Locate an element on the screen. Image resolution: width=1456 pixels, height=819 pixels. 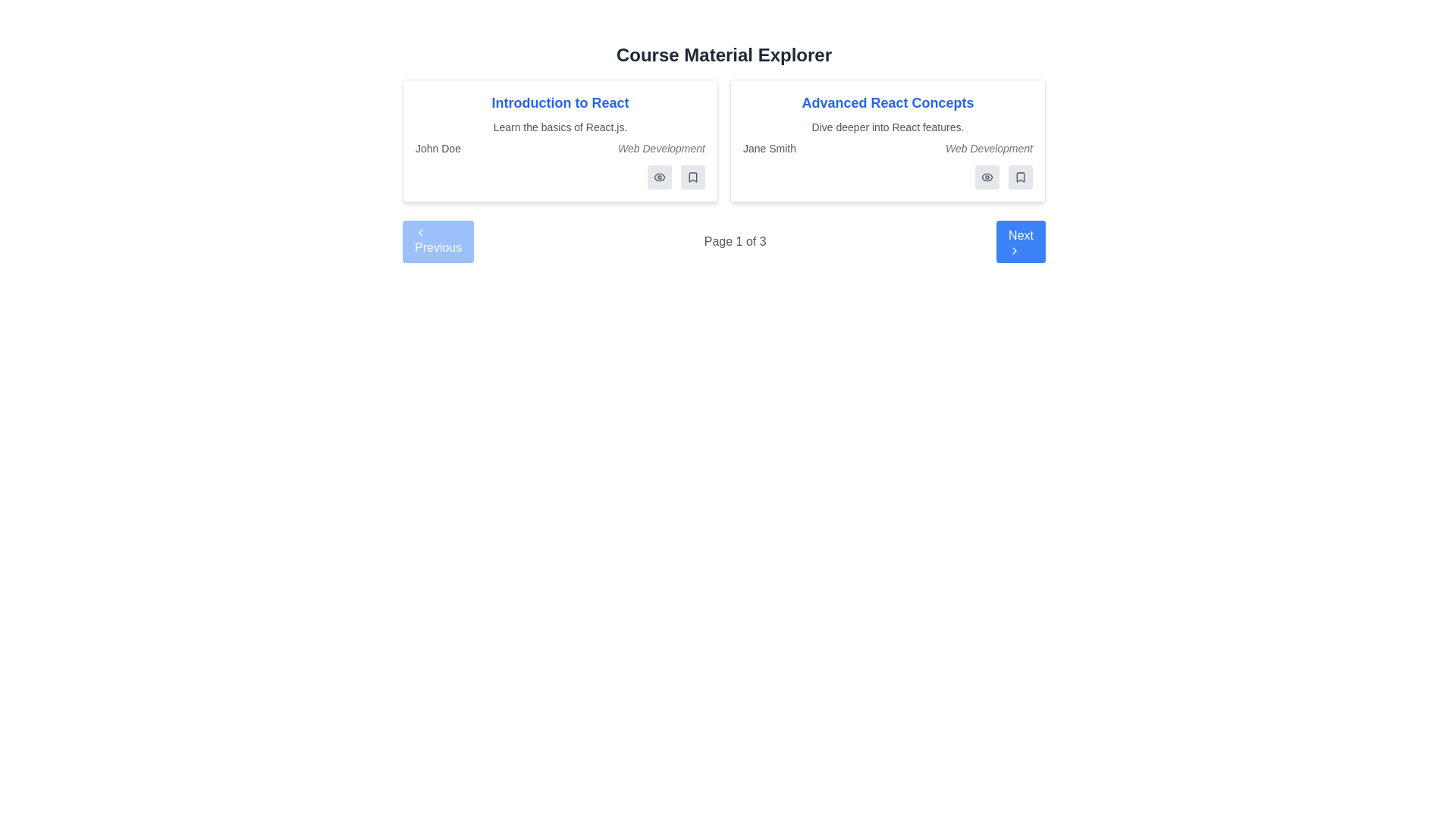
the first button located at the bottom right of the 'Introduction to React' card is located at coordinates (659, 177).